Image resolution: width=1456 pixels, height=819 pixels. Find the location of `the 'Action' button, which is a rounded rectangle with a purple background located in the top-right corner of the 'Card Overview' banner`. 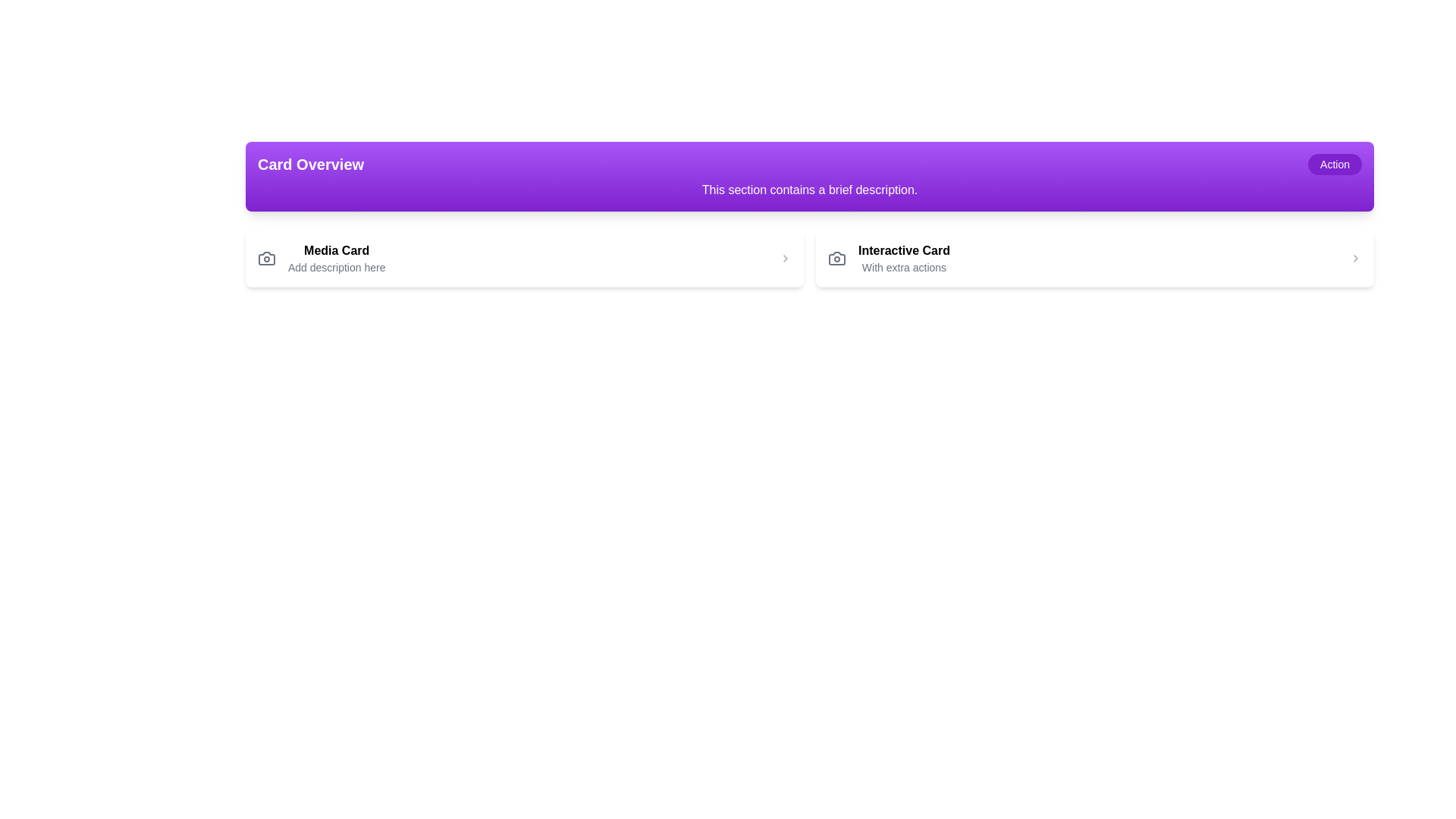

the 'Action' button, which is a rounded rectangle with a purple background located in the top-right corner of the 'Card Overview' banner is located at coordinates (1335, 164).